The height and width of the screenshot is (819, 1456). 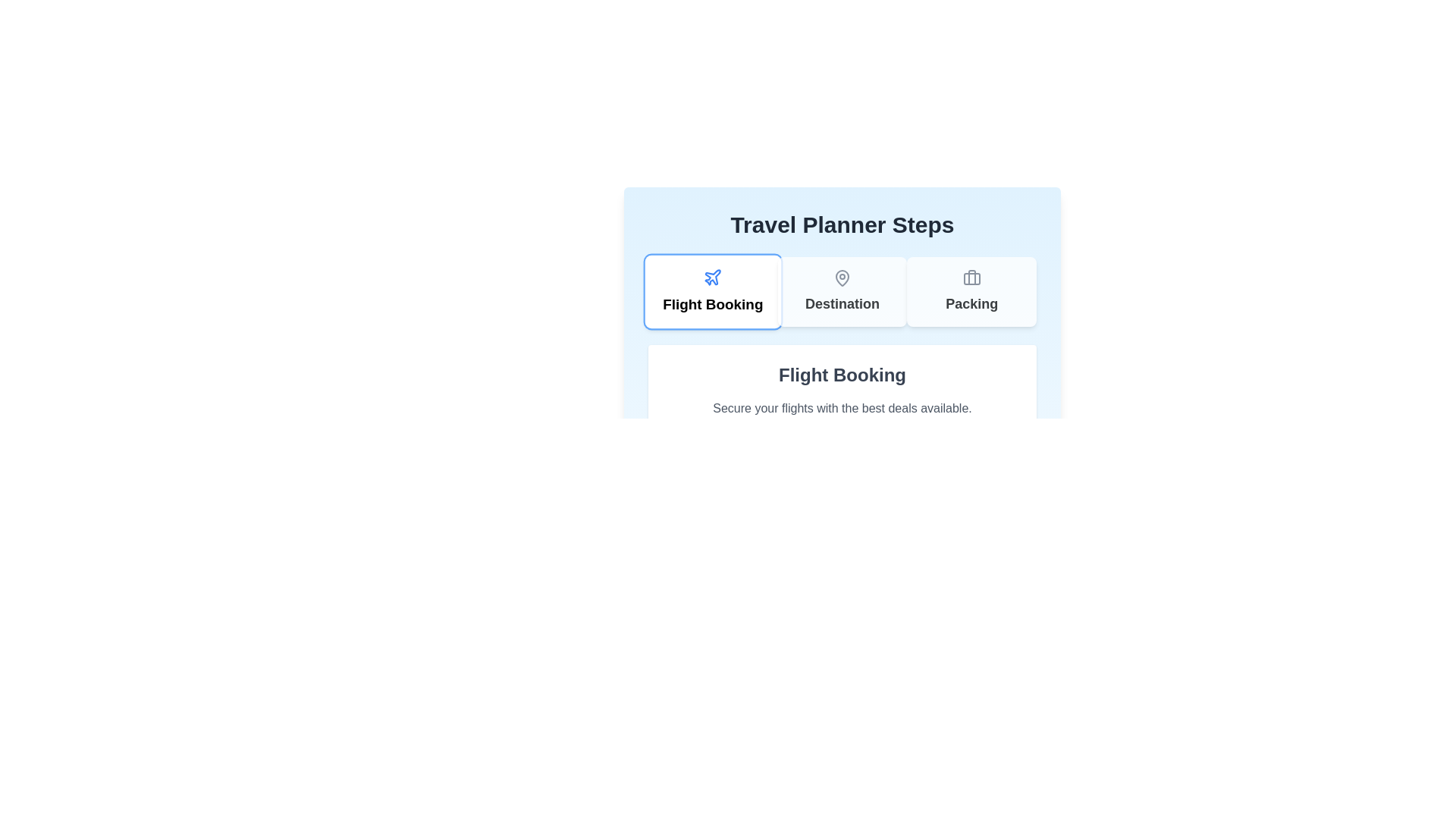 What do you see at coordinates (971, 278) in the screenshot?
I see `the gray SVG graphic of a briefcase located in the third card labeled 'Packing' within the 'Travel Planner Steps' section` at bounding box center [971, 278].